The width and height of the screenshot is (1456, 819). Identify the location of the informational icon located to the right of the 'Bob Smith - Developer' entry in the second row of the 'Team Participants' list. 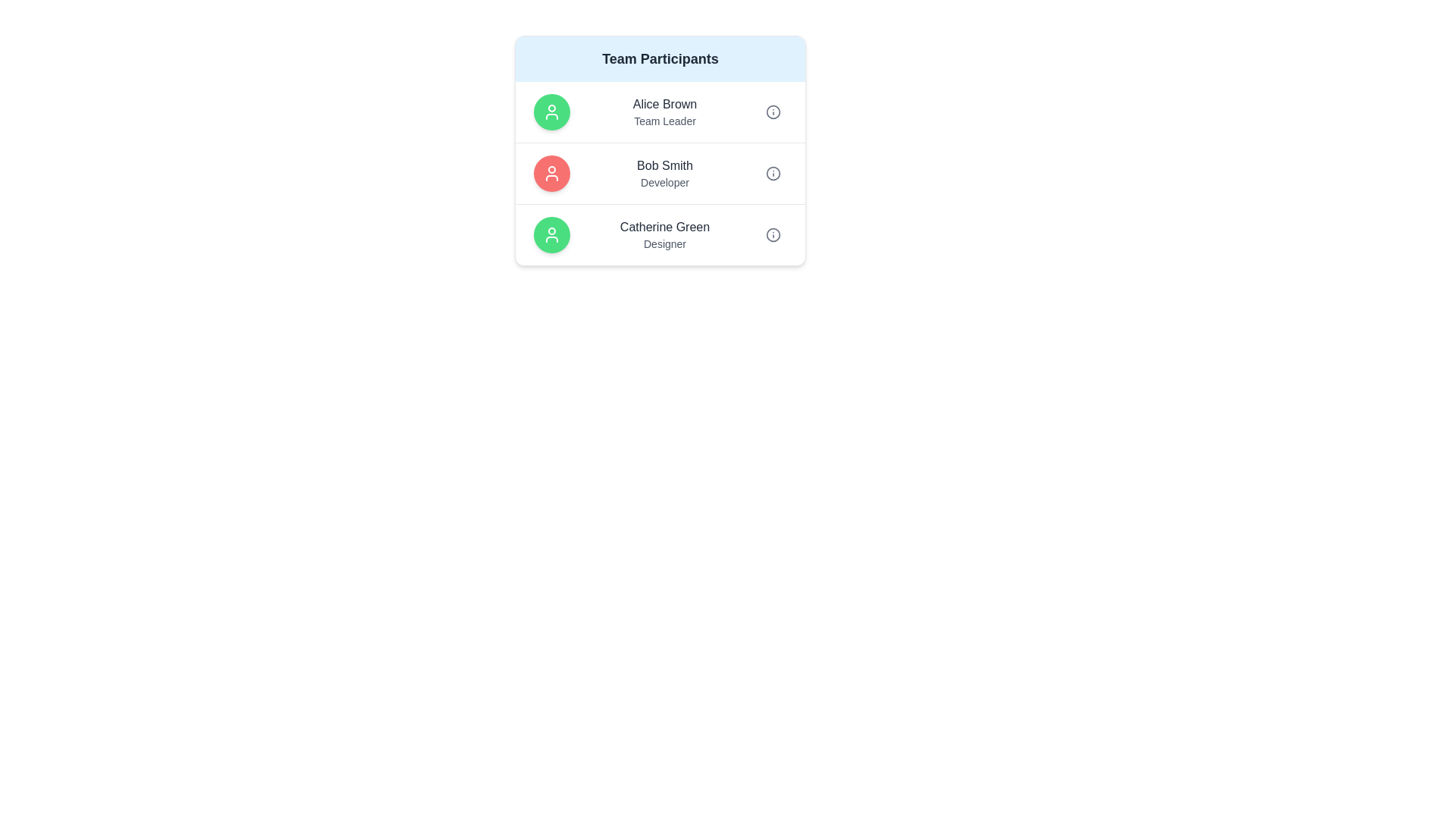
(773, 172).